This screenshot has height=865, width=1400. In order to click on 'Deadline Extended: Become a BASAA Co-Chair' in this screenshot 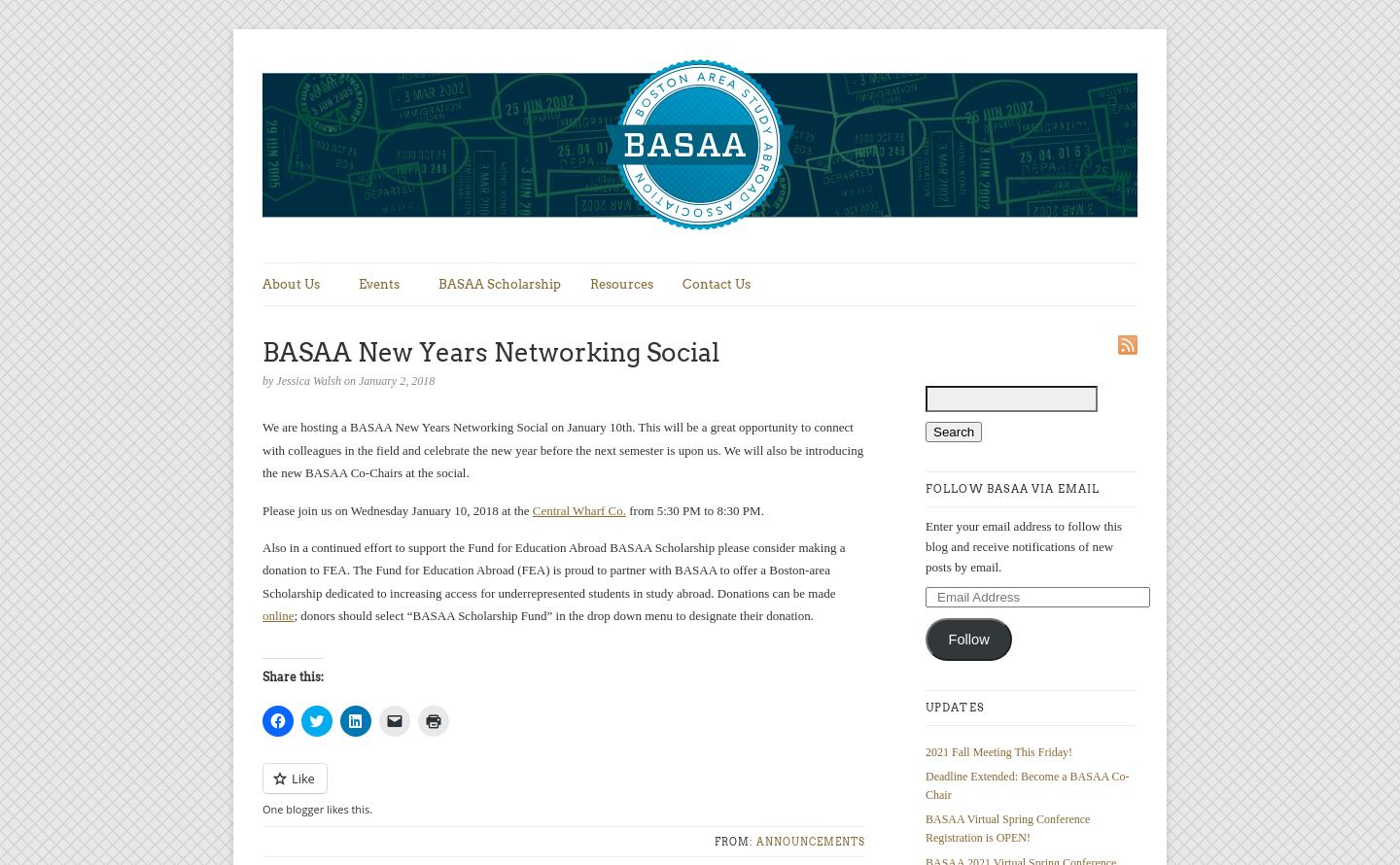, I will do `click(1027, 785)`.